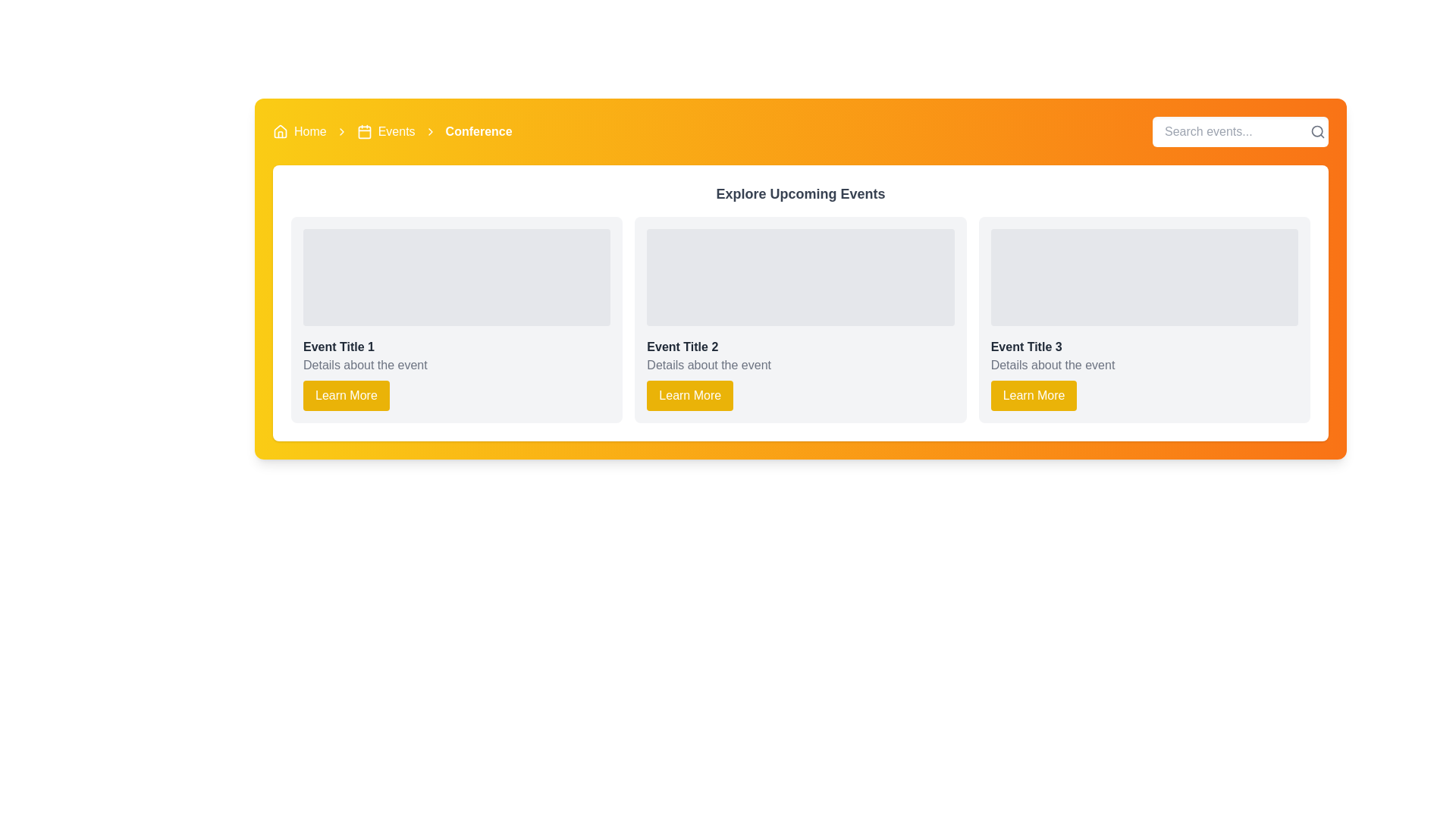 Image resolution: width=1456 pixels, height=819 pixels. What do you see at coordinates (1144, 318) in the screenshot?
I see `the event card on the rightmost position in the three-column grid layout` at bounding box center [1144, 318].